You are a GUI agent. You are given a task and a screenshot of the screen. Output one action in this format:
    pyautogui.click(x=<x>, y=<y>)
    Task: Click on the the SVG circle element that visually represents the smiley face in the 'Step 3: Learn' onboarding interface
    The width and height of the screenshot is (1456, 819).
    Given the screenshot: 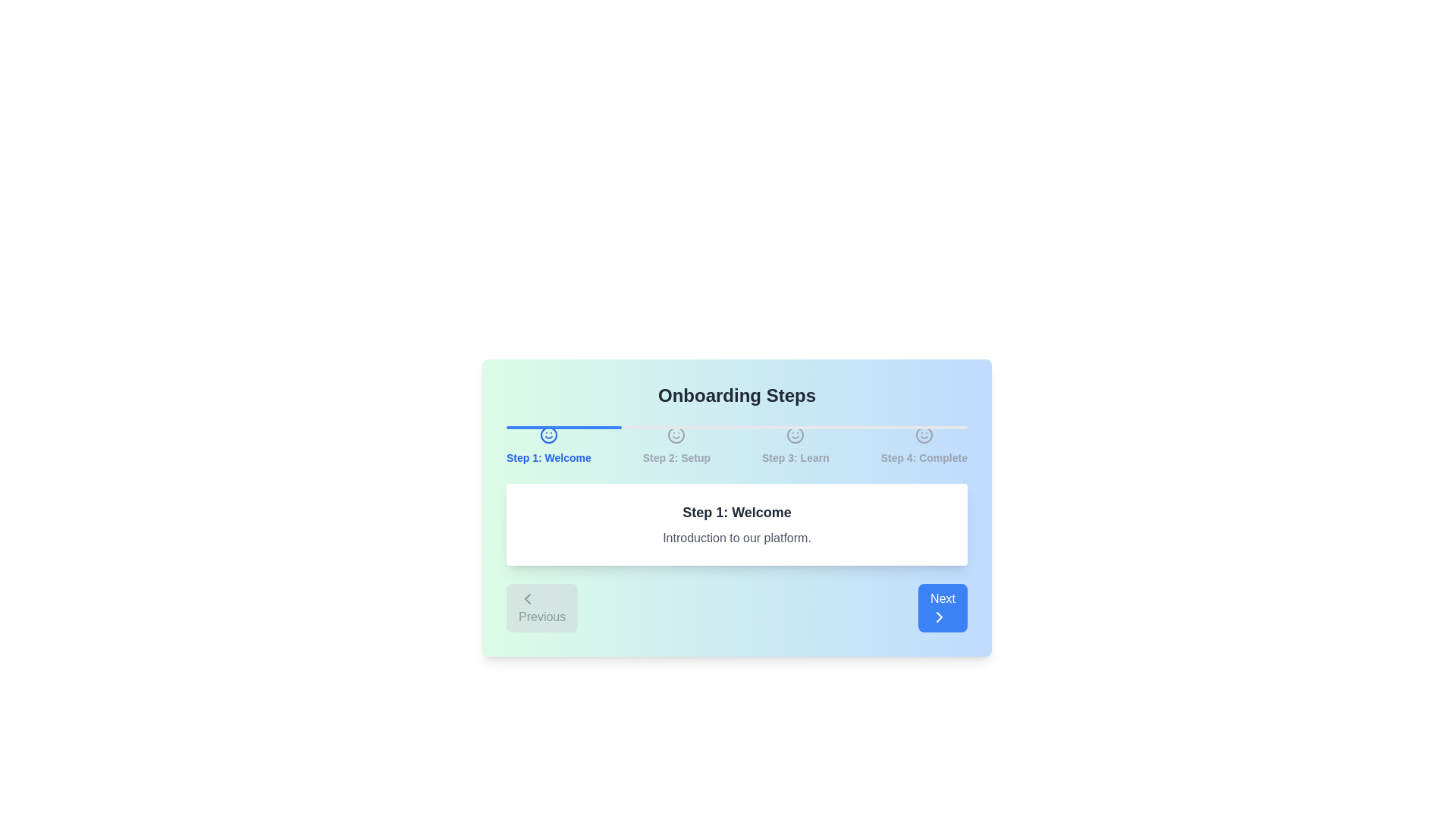 What is the action you would take?
    pyautogui.click(x=795, y=435)
    